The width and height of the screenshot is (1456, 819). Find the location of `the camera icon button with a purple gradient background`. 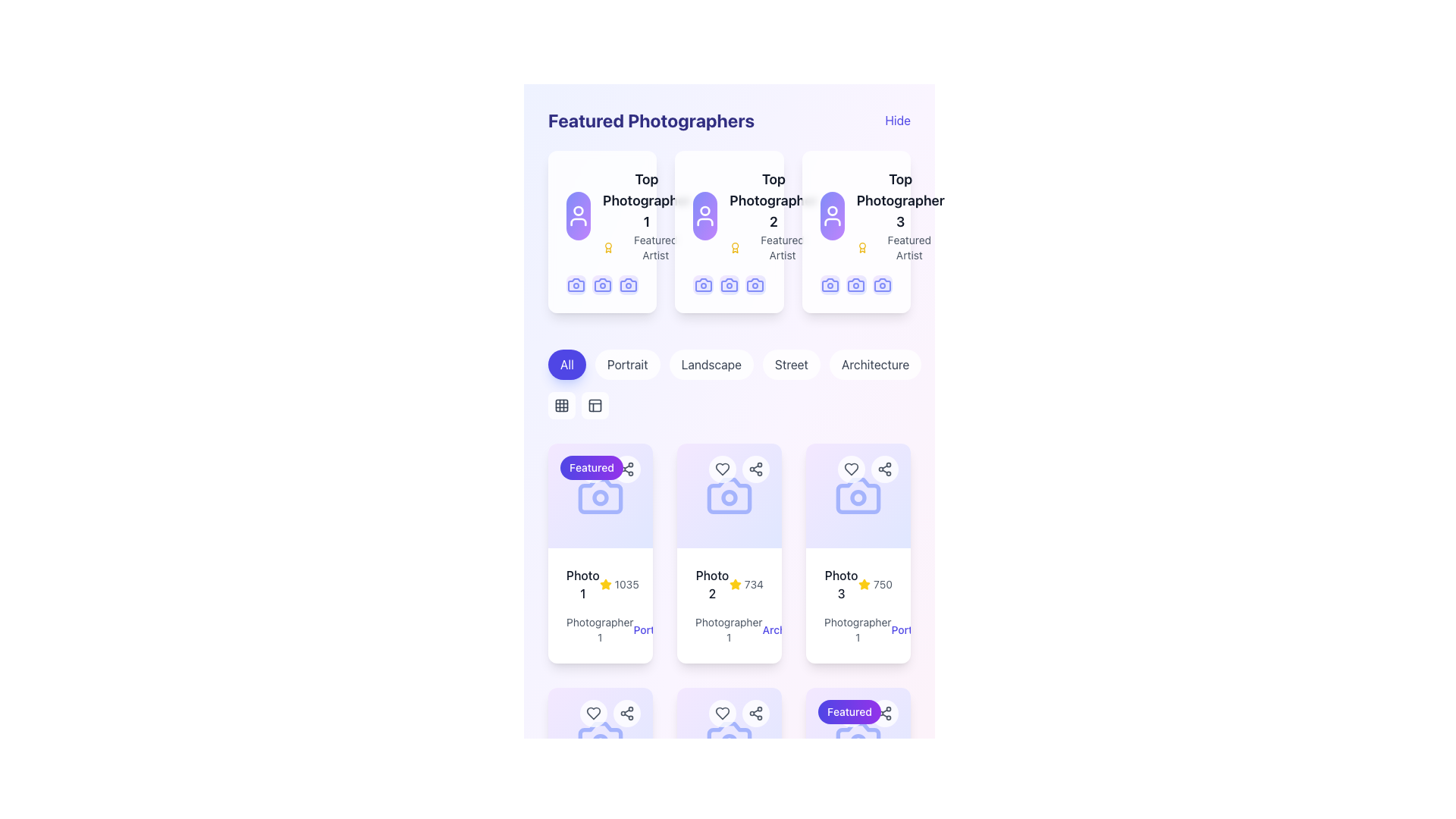

the camera icon button with a purple gradient background is located at coordinates (729, 285).